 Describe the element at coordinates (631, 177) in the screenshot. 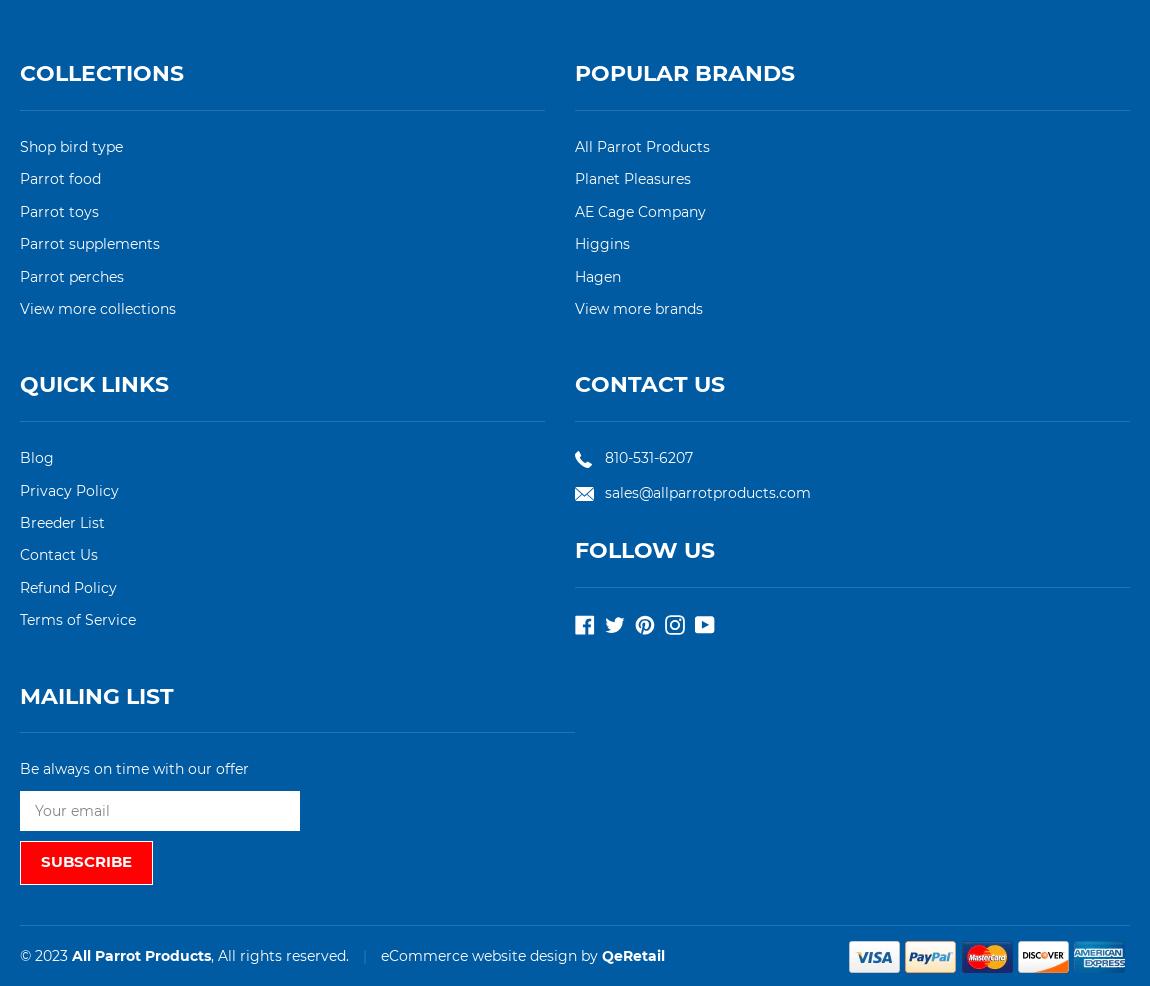

I see `'Planet Pleasures'` at that location.